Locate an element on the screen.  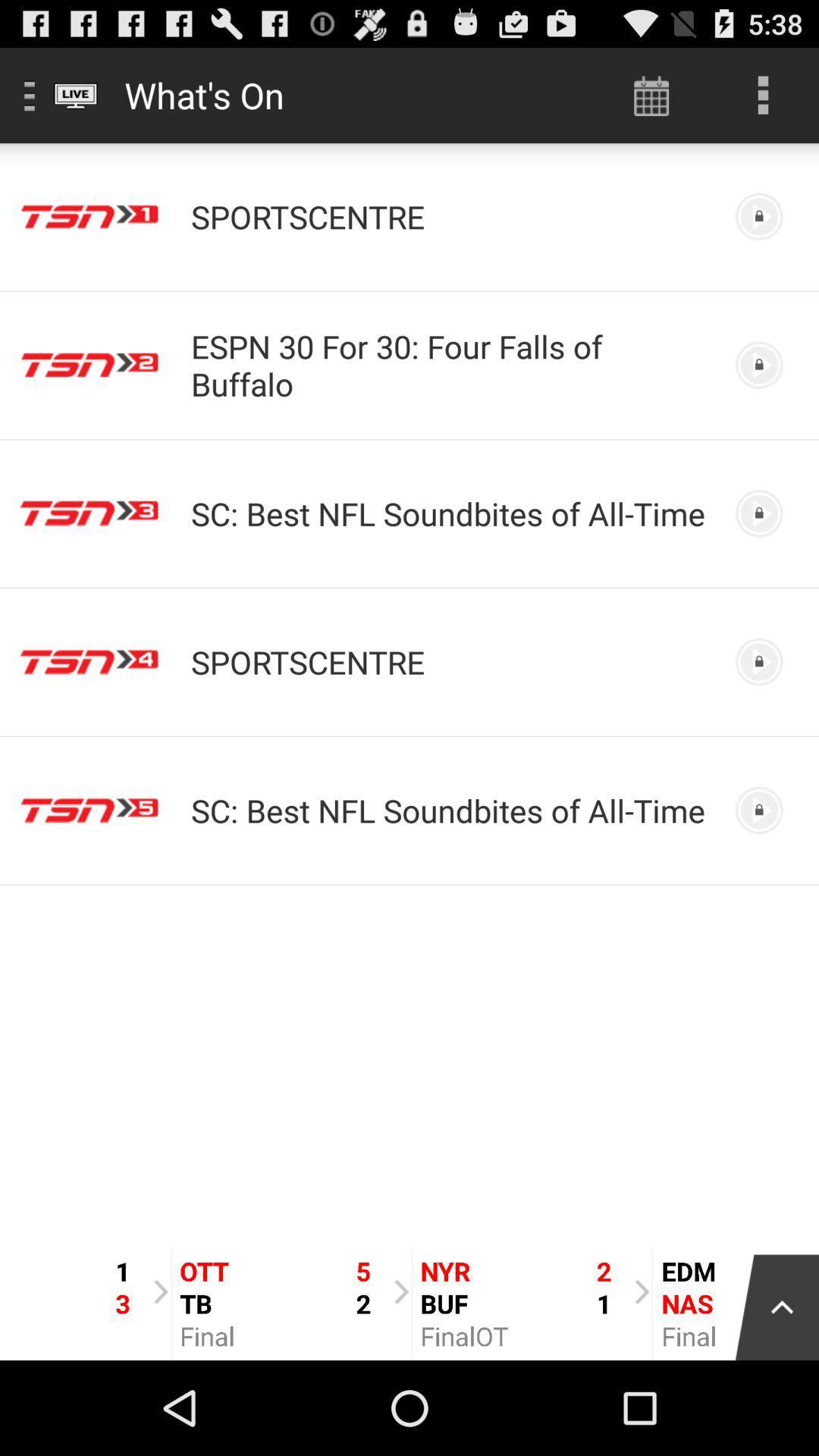
the item below sportscentre app is located at coordinates (449, 365).